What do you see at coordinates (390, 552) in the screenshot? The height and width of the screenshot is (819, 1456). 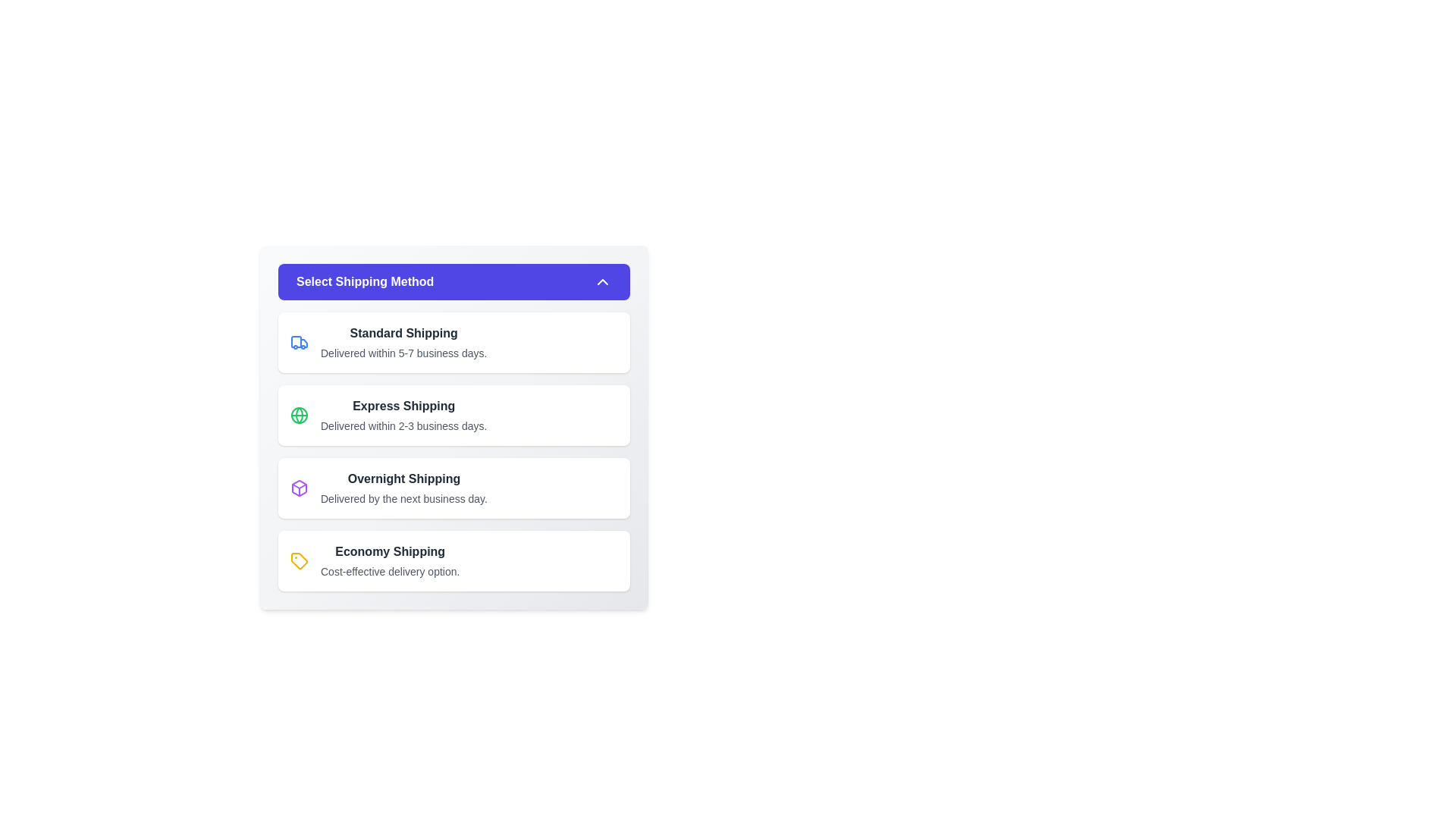 I see `text label that identifies the shipping option, located above the descriptive text 'Cost-effective delivery option' in the 'Select Shipping Method' section` at bounding box center [390, 552].